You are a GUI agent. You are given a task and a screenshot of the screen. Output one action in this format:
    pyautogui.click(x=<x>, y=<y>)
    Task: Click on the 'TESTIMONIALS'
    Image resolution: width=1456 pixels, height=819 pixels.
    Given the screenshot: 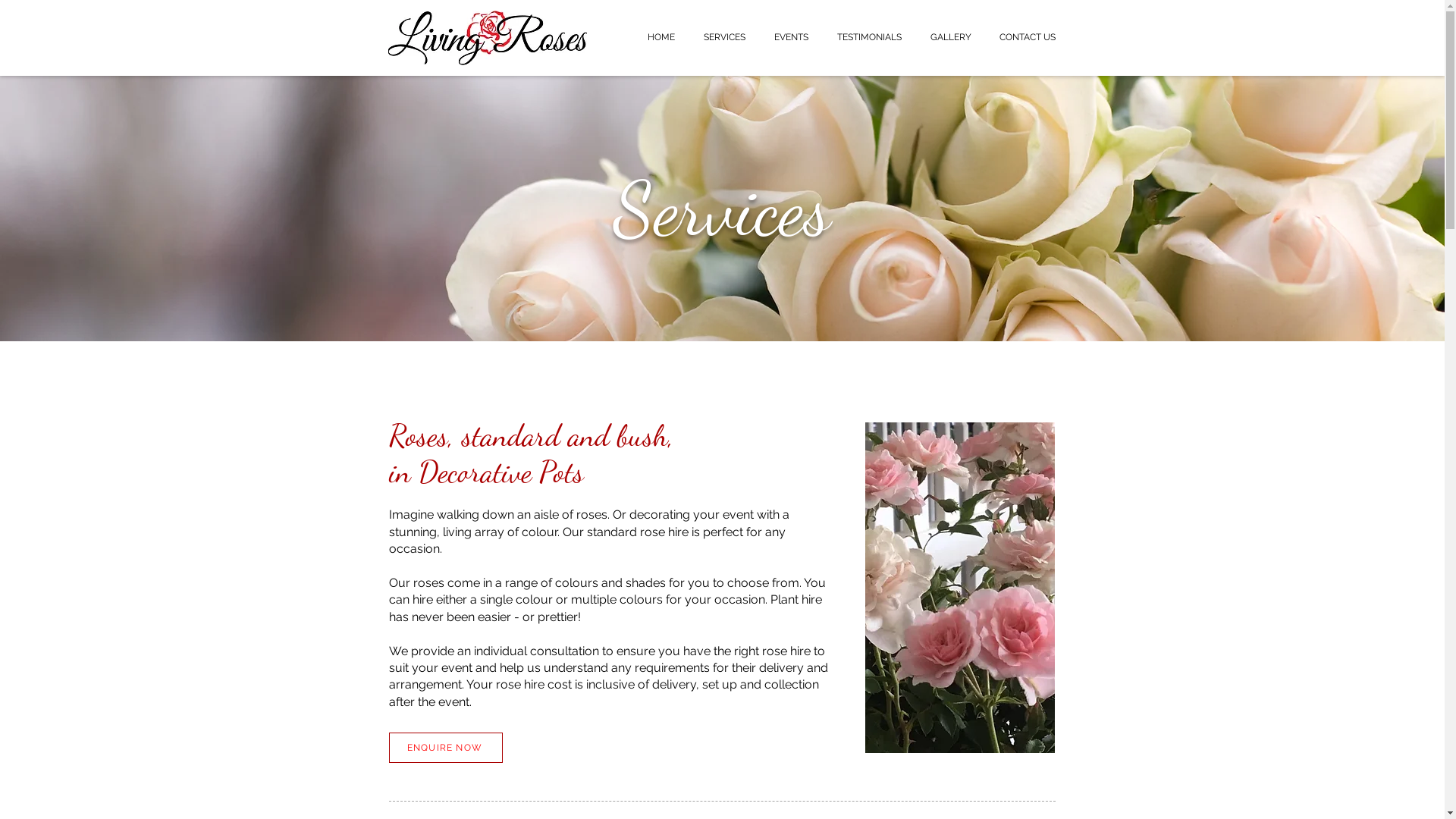 What is the action you would take?
    pyautogui.click(x=821, y=36)
    